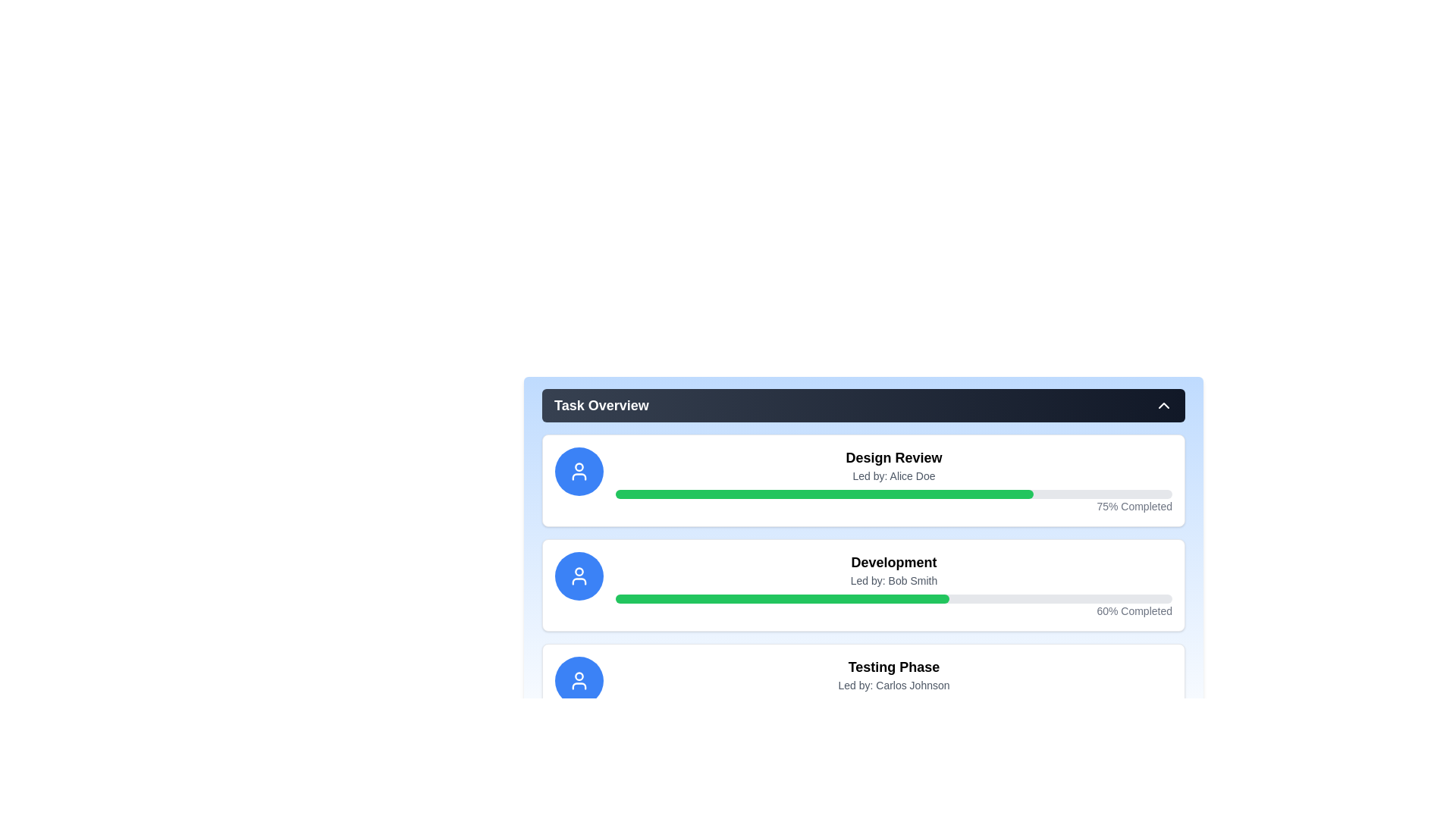  I want to click on circular icon with a blue background and a white user silhouette graphic, located at the top-left part of the project details card, above the title 'Development' and adjacent to a progress bar, so click(578, 576).